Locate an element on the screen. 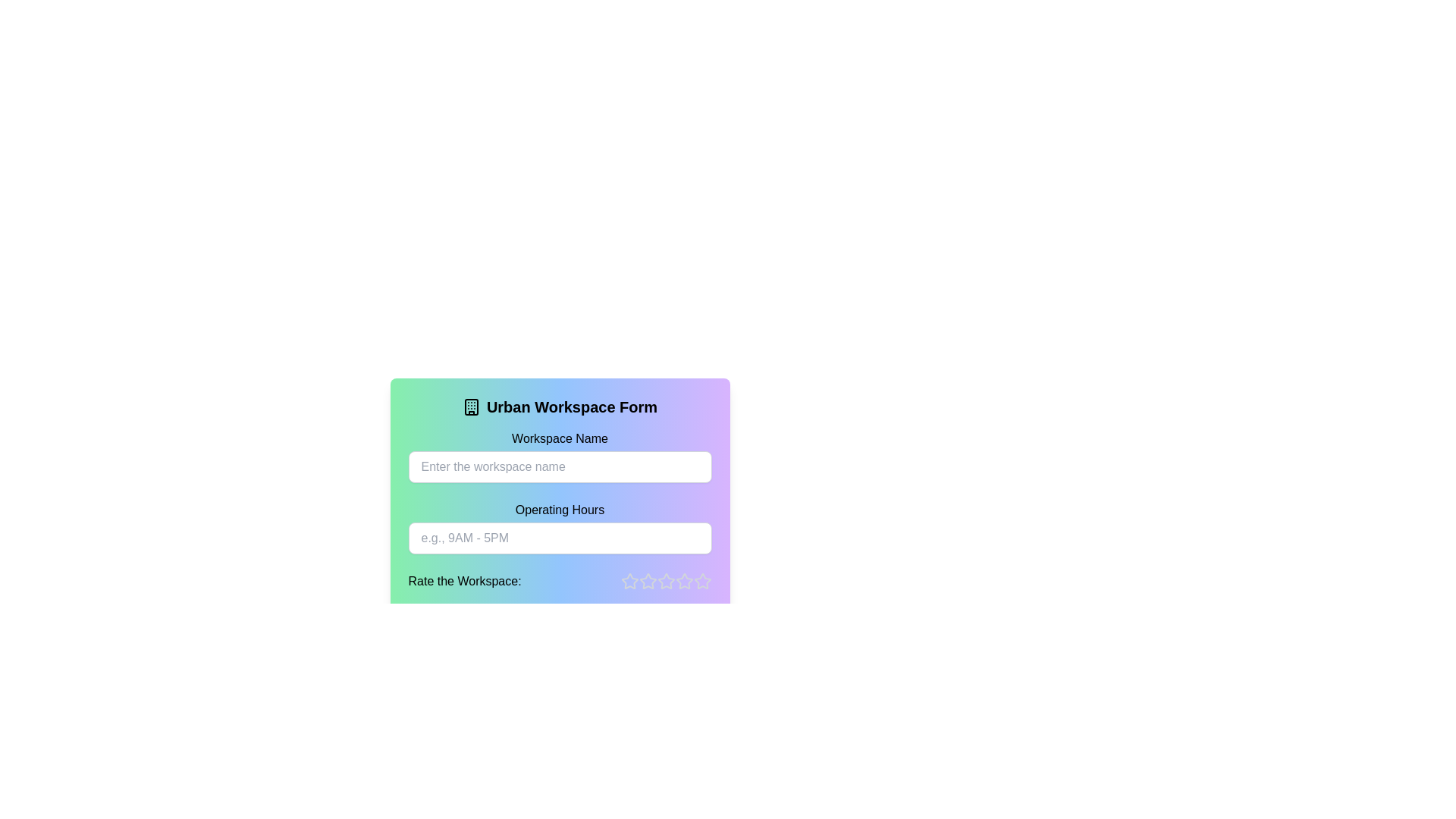 The height and width of the screenshot is (819, 1456). the 'Operating Hours' text input field to focus on it is located at coordinates (559, 526).